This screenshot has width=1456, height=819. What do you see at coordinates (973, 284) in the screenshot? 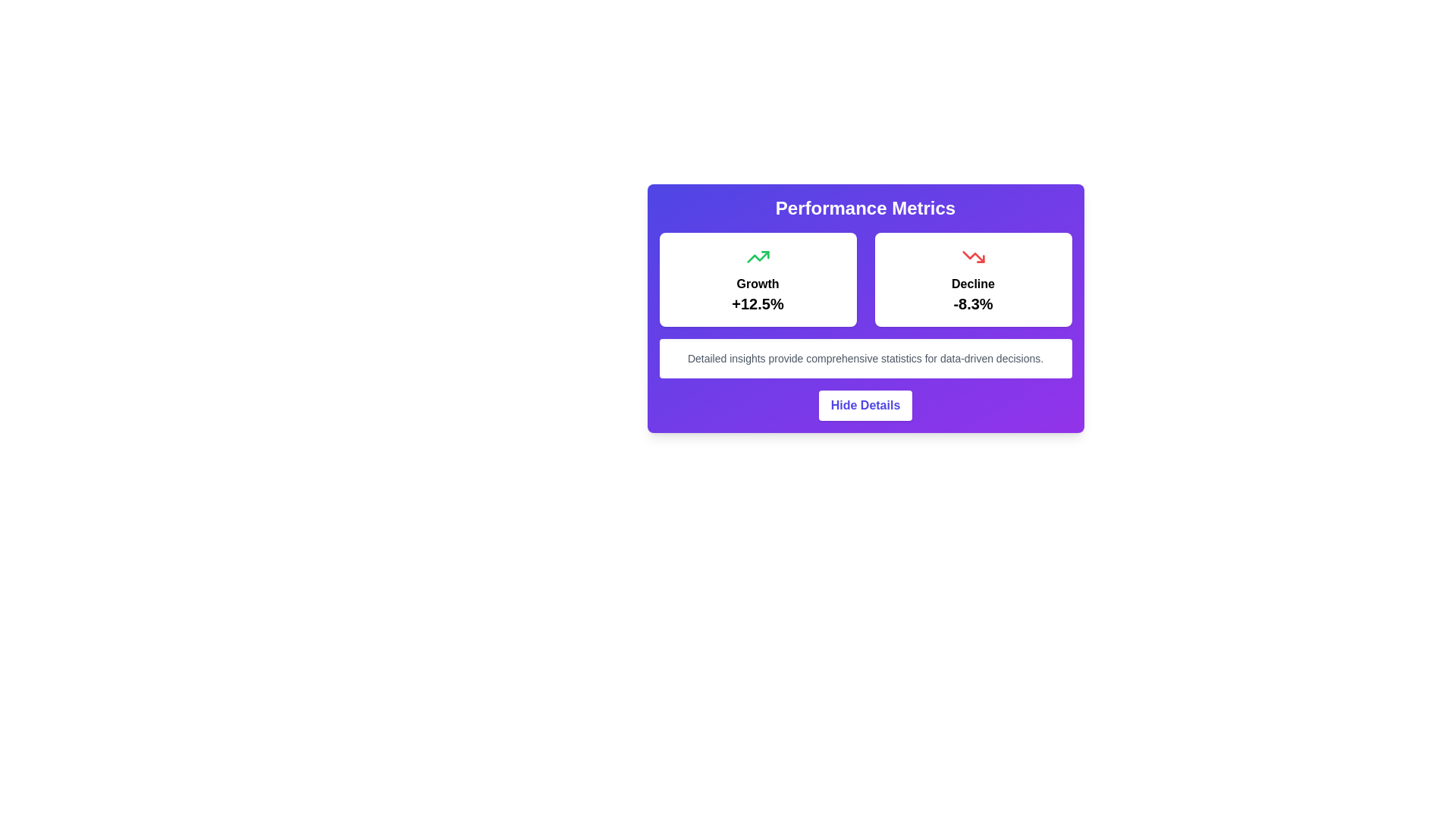
I see `the 'Decline' text element, which is displayed in bold font within the right card of a two-card layout, located at the top-right section above the text '-8.3%'` at bounding box center [973, 284].